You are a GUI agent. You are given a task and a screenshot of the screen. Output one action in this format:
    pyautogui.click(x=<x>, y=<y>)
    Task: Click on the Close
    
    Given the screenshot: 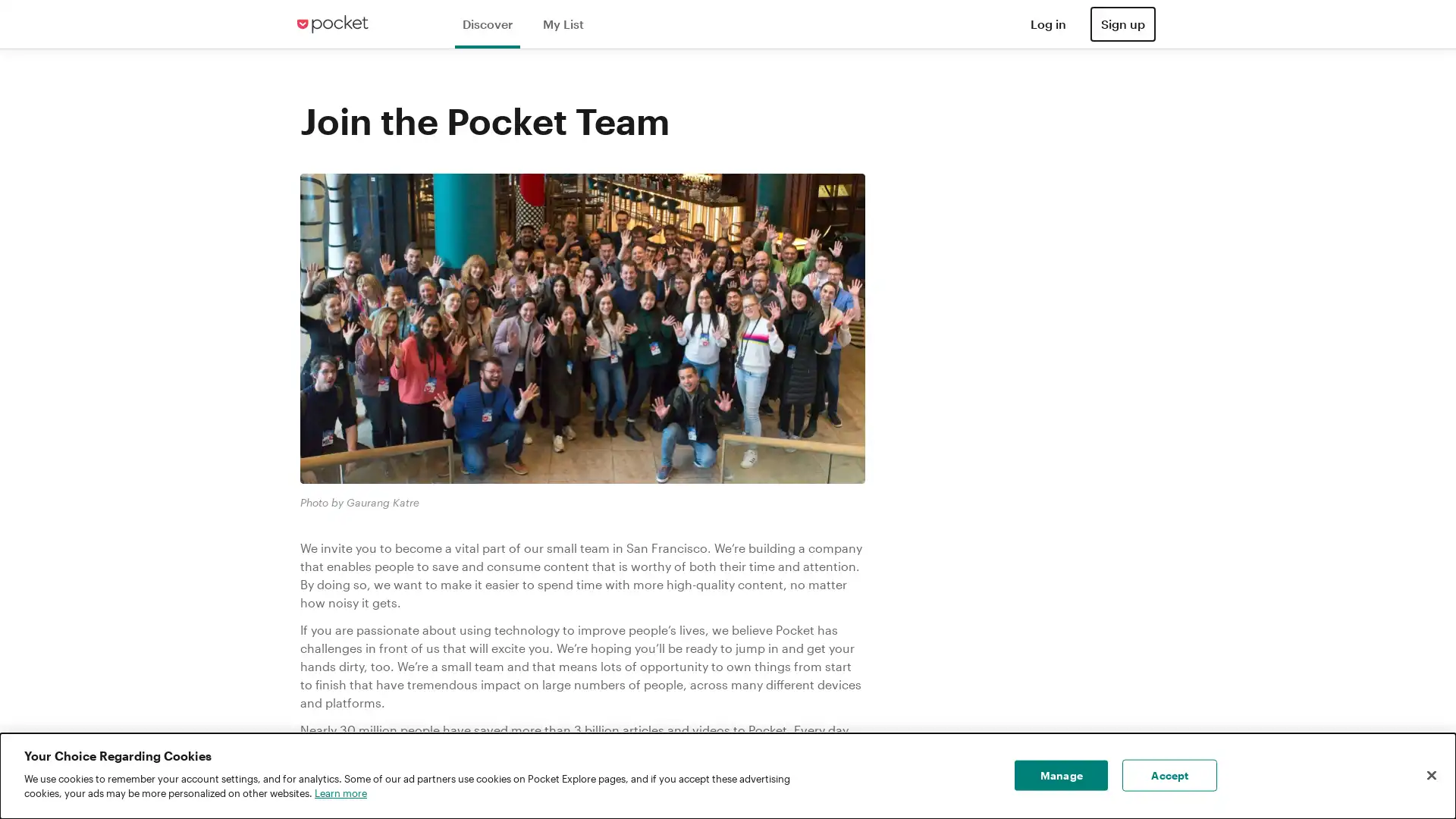 What is the action you would take?
    pyautogui.click(x=1430, y=775)
    